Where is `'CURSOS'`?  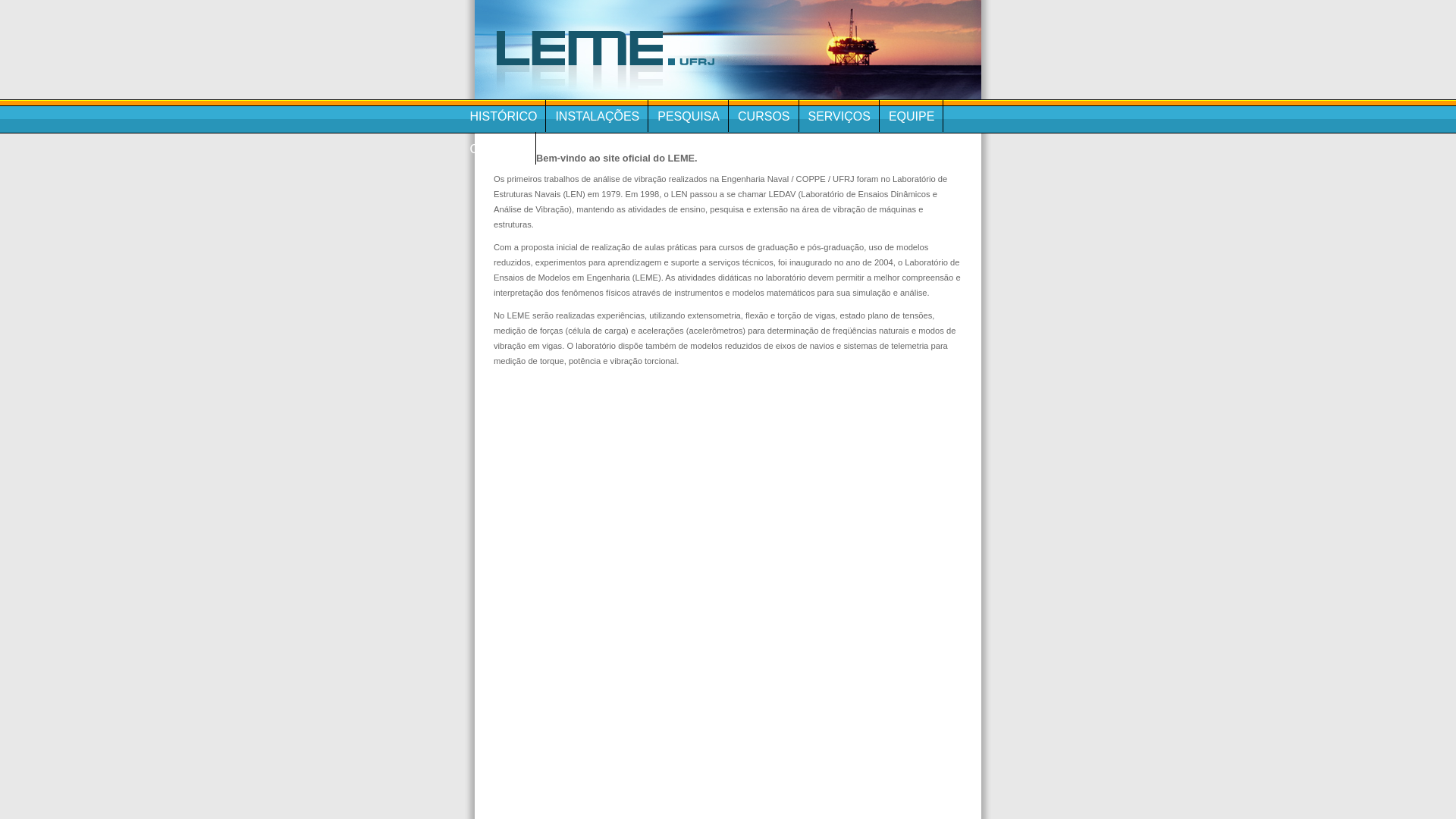 'CURSOS' is located at coordinates (764, 115).